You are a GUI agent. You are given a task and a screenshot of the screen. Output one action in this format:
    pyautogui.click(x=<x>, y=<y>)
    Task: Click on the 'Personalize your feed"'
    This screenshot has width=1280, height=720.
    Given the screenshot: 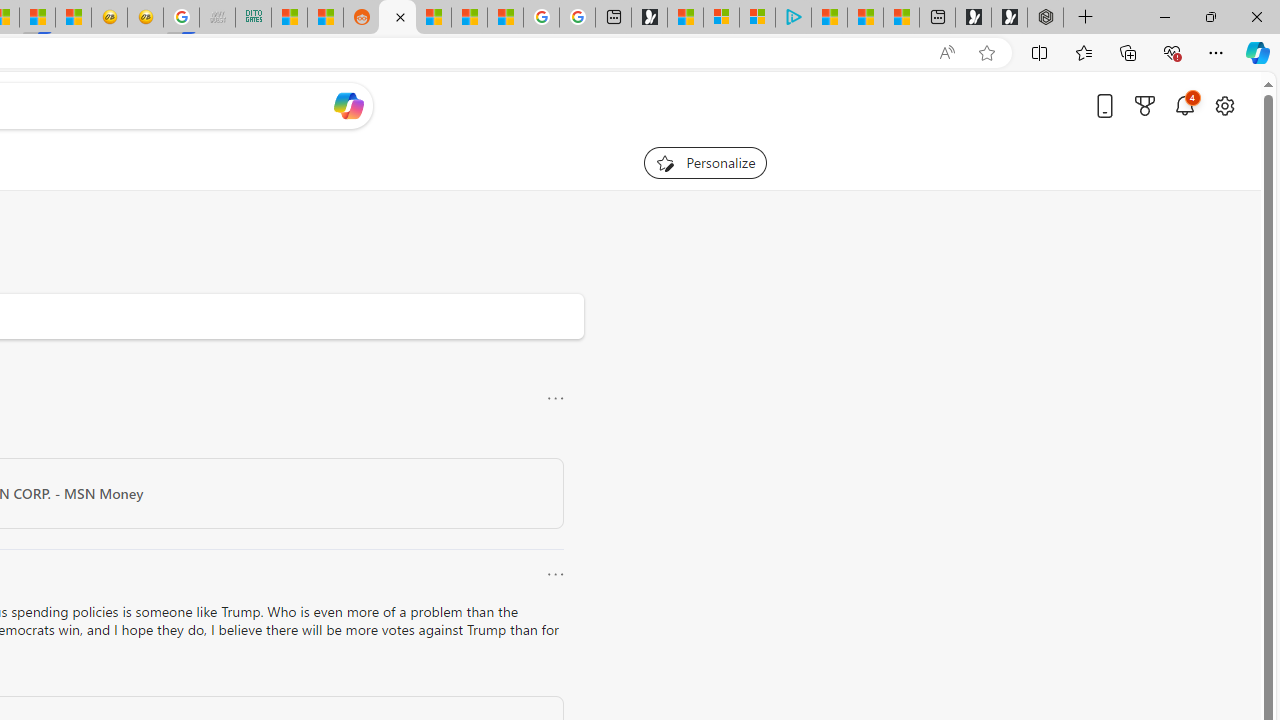 What is the action you would take?
    pyautogui.click(x=705, y=162)
    